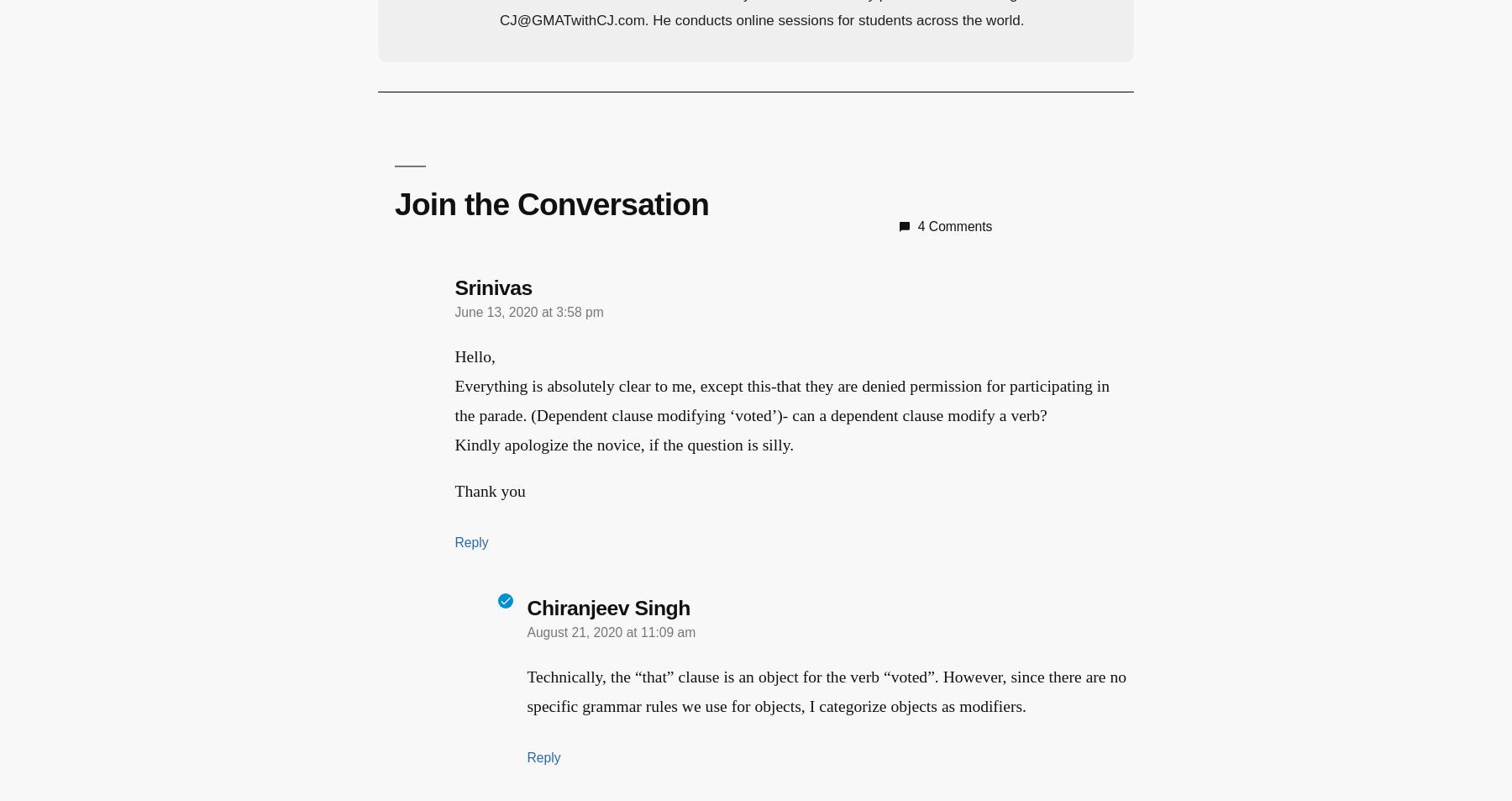  Describe the element at coordinates (528, 309) in the screenshot. I see `'June 13, 2020 at 3:58 pm'` at that location.